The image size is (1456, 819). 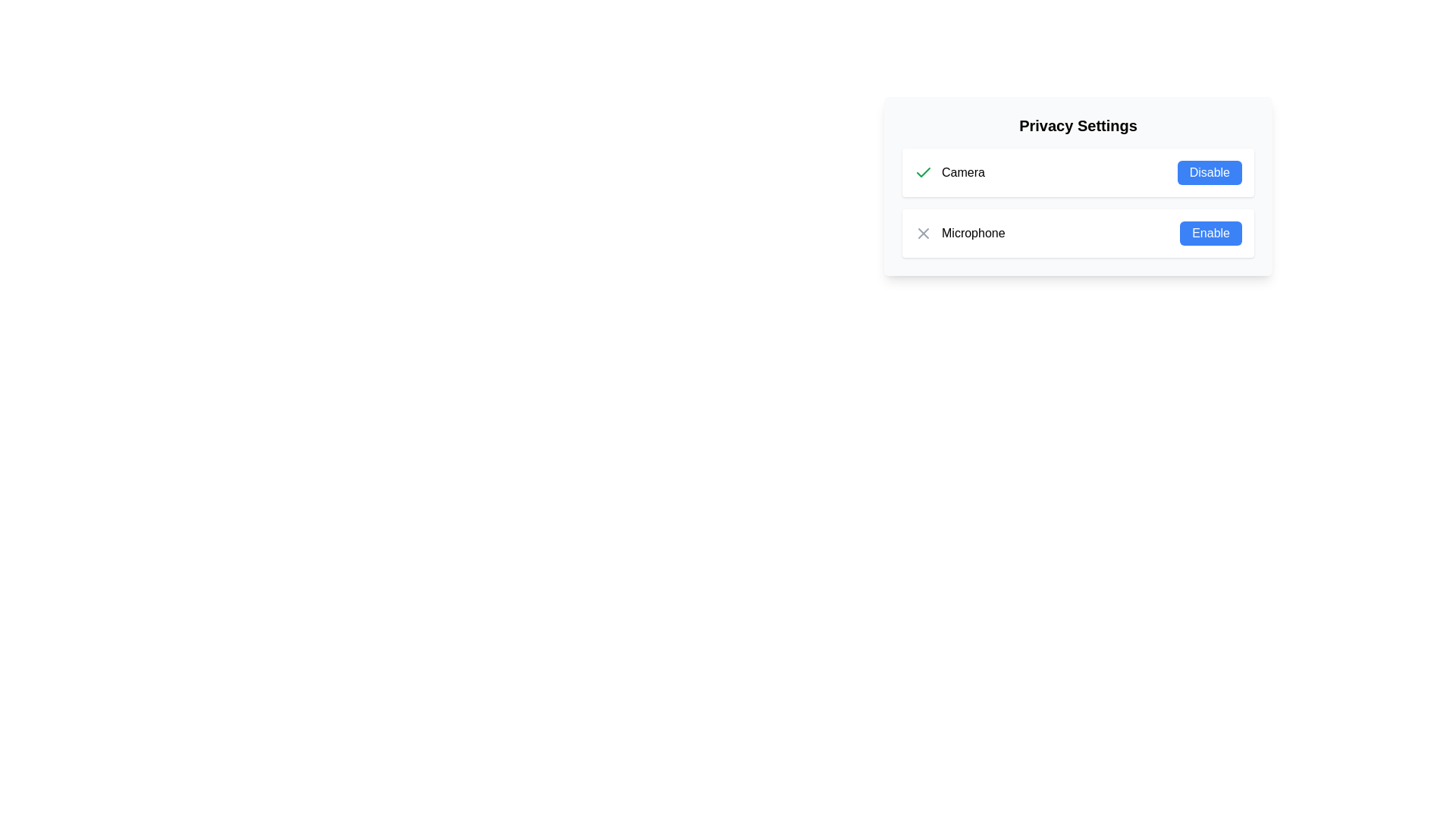 I want to click on the text label displaying 'Camera', which is aligned horizontally next to a green checkmark icon and a blue 'Disable' button in the 'Privacy Settings' row, so click(x=962, y=171).